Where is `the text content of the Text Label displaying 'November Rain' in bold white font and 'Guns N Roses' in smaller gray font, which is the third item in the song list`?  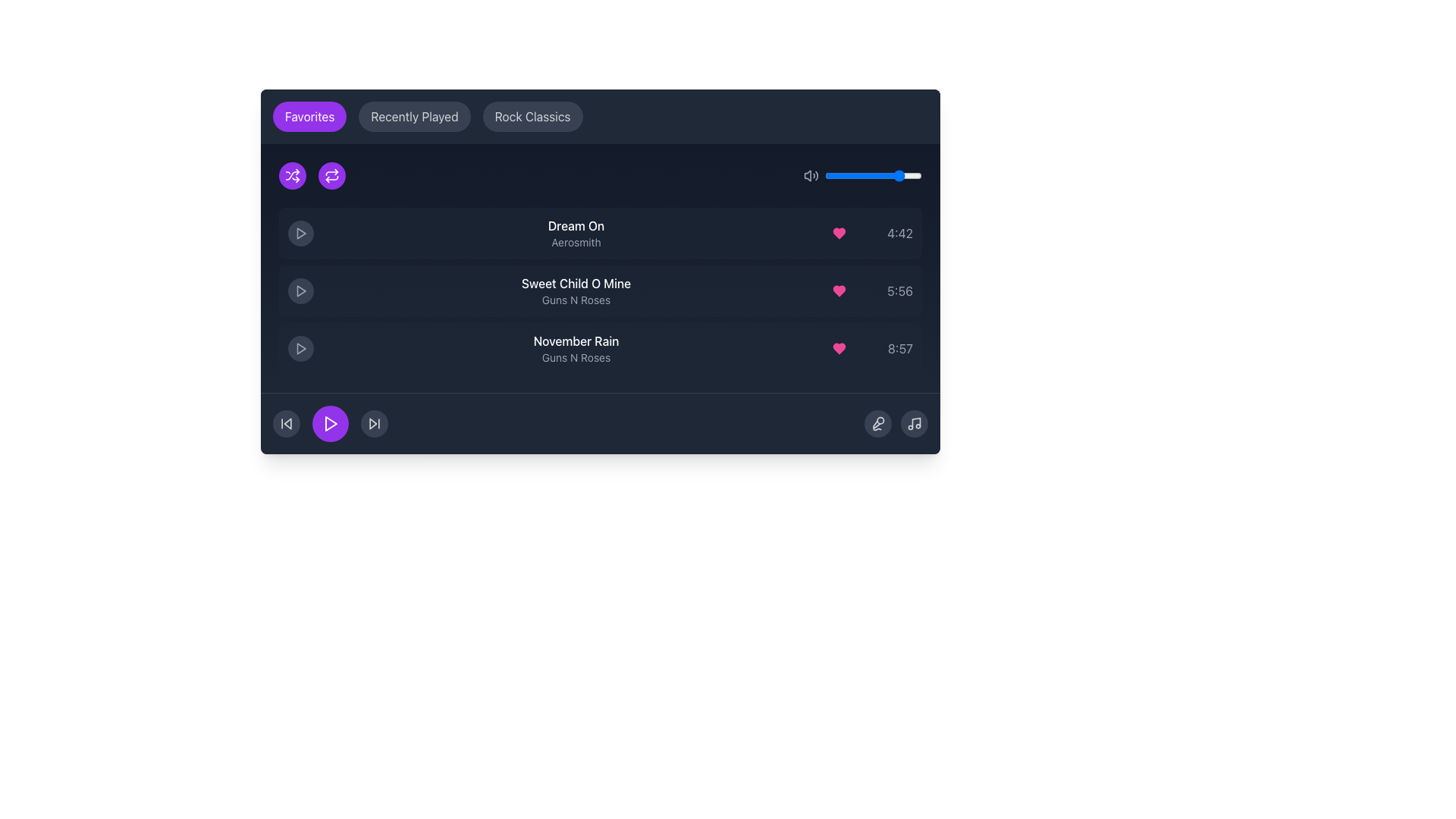 the text content of the Text Label displaying 'November Rain' in bold white font and 'Guns N Roses' in smaller gray font, which is the third item in the song list is located at coordinates (575, 348).